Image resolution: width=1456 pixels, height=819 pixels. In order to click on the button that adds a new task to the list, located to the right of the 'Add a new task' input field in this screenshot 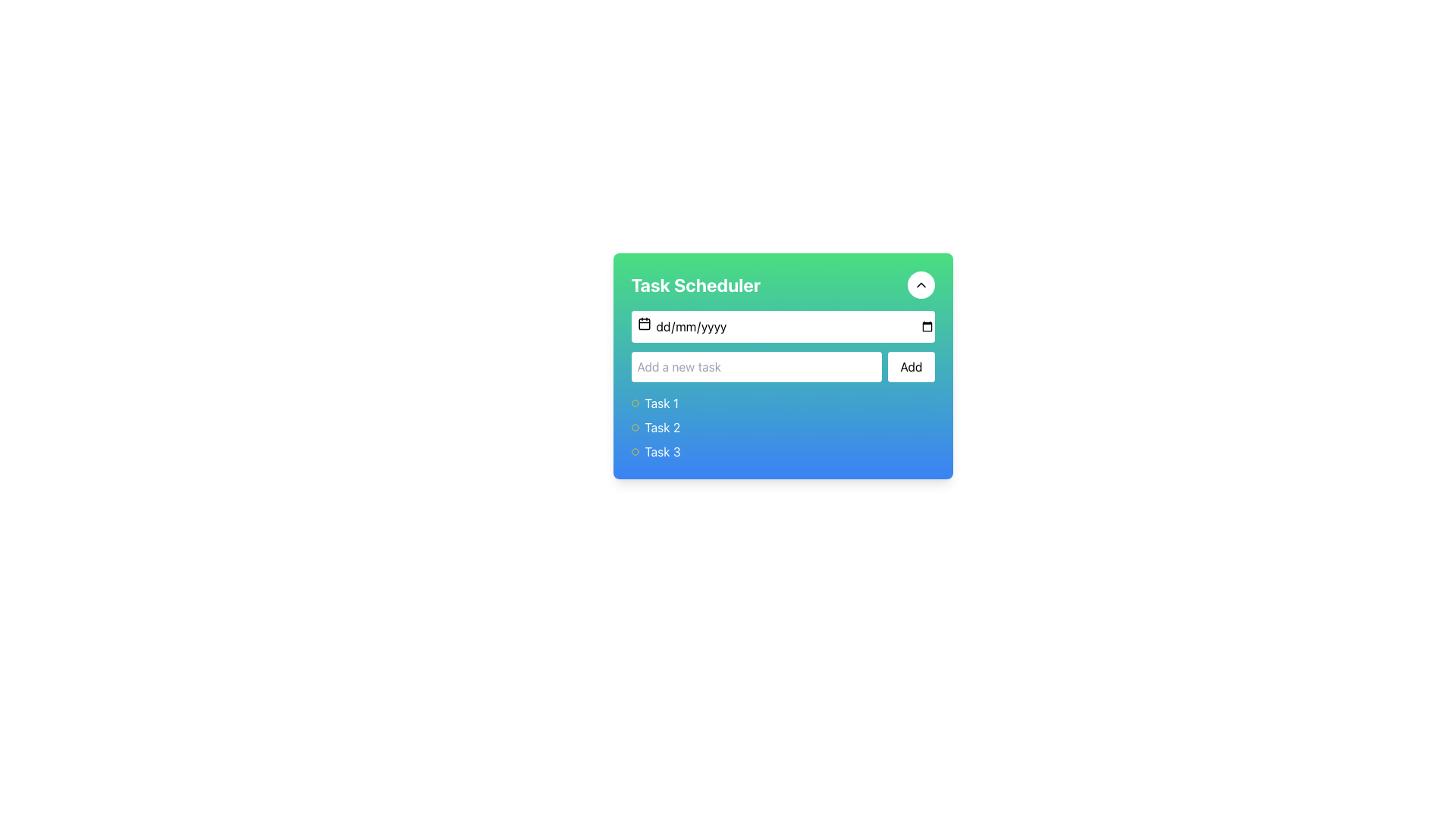, I will do `click(910, 366)`.